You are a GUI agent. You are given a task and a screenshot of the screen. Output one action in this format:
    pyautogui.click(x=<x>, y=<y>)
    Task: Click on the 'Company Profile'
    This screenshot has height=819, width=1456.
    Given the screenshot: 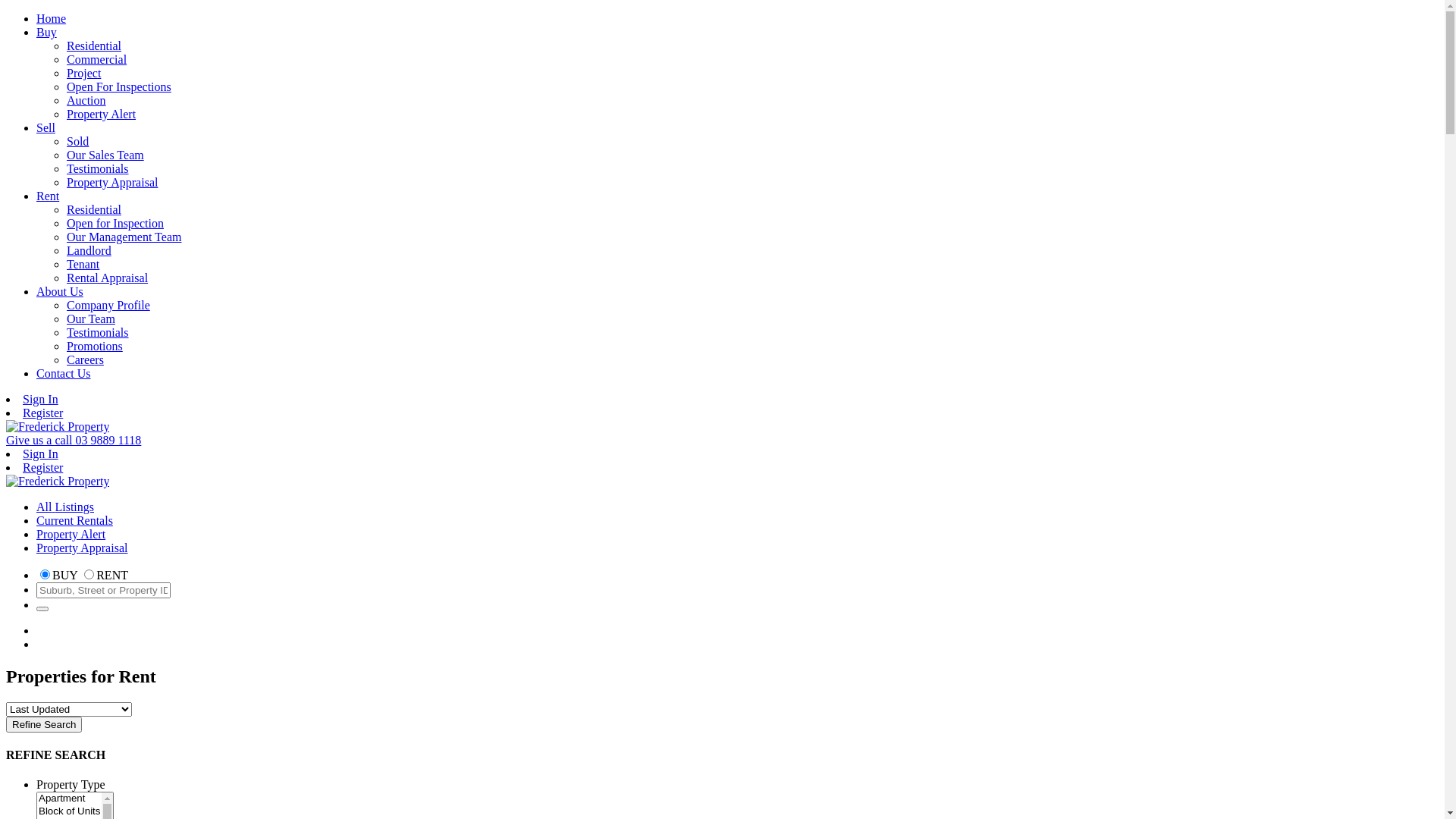 What is the action you would take?
    pyautogui.click(x=108, y=305)
    